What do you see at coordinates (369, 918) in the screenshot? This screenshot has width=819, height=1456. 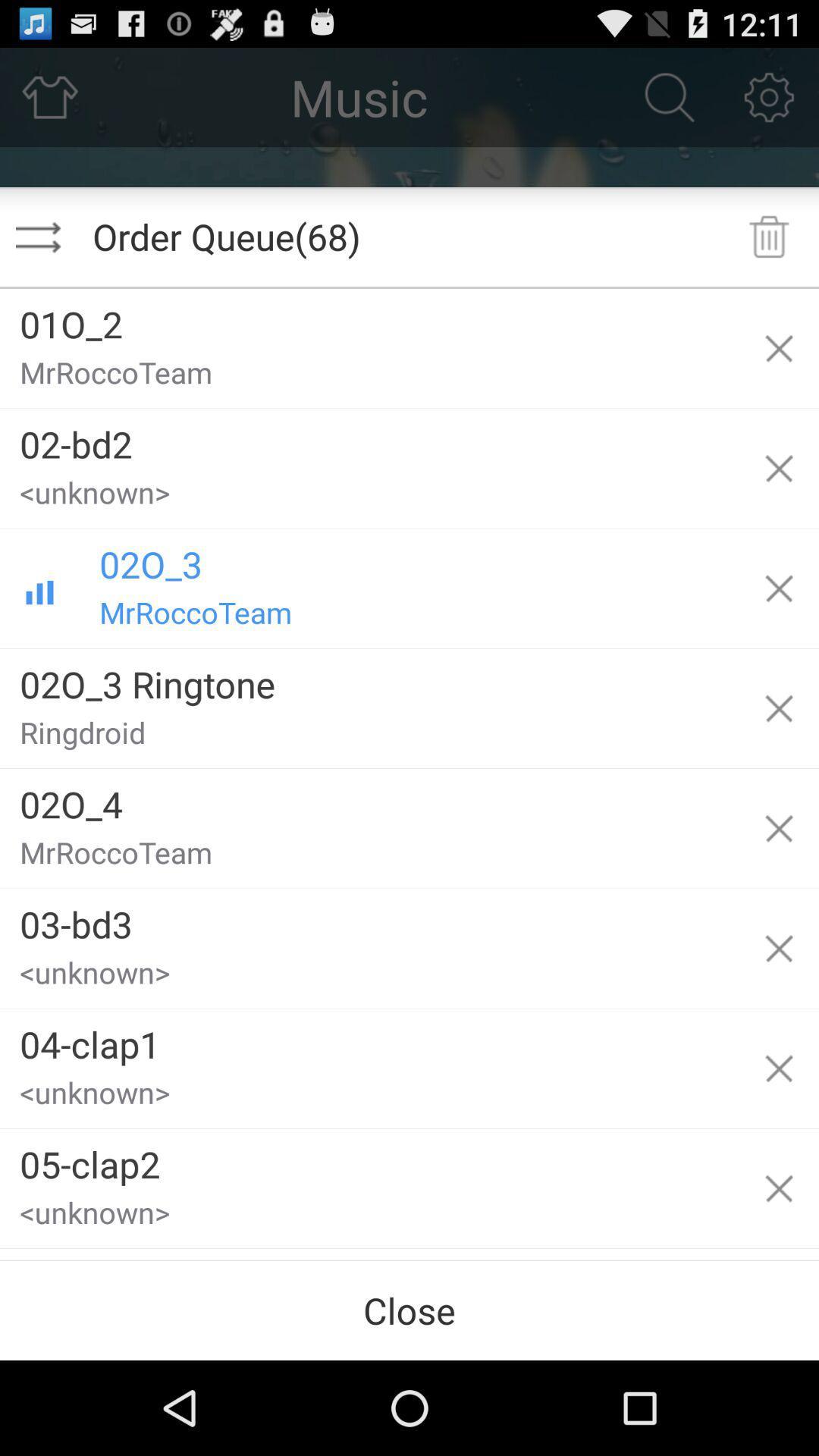 I see `the 03-bd3 item` at bounding box center [369, 918].